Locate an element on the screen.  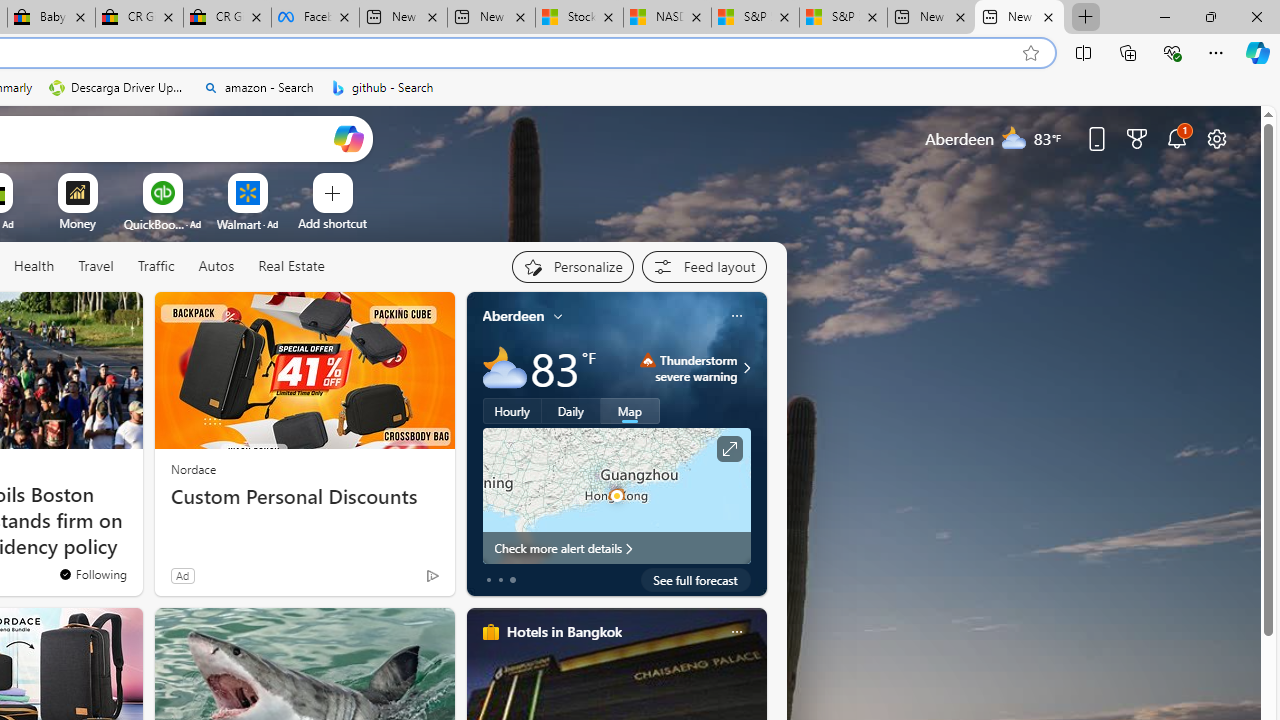
'Facebook' is located at coordinates (314, 17).